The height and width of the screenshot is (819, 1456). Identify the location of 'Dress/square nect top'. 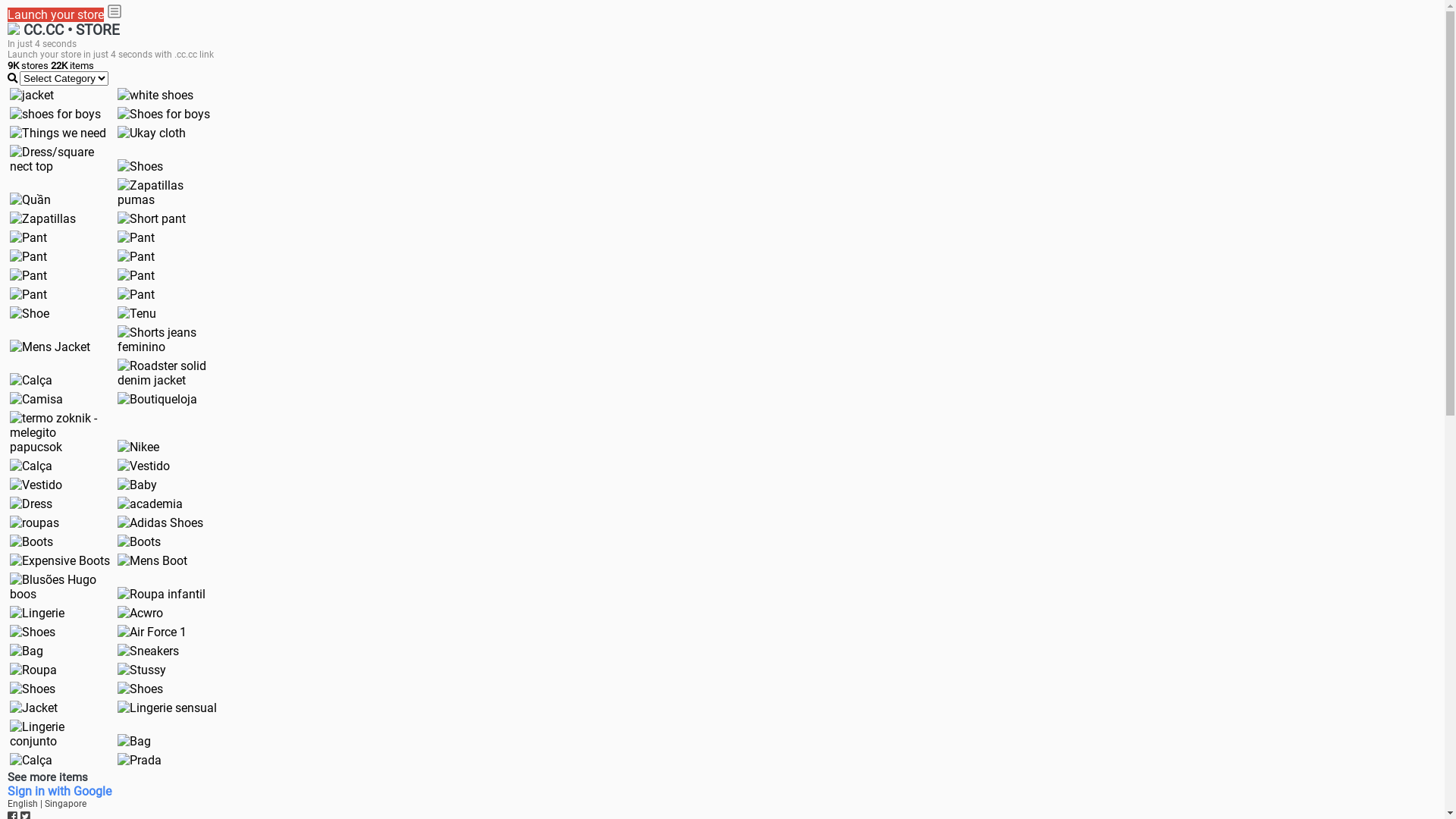
(10, 158).